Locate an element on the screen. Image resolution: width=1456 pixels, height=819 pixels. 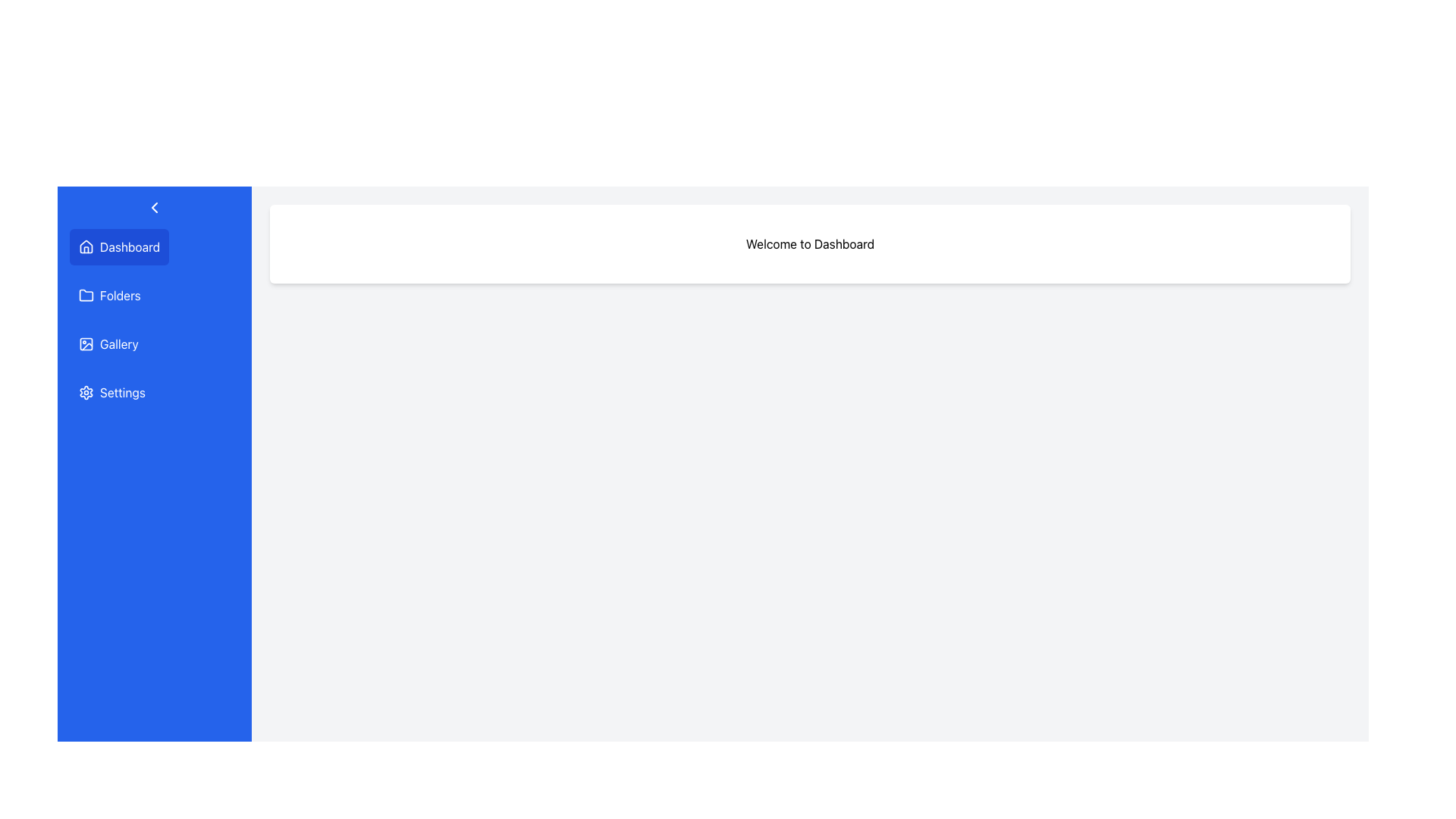
the 'Dashboard' text label in the sidebar menu, which is used for navigation within the application is located at coordinates (130, 246).